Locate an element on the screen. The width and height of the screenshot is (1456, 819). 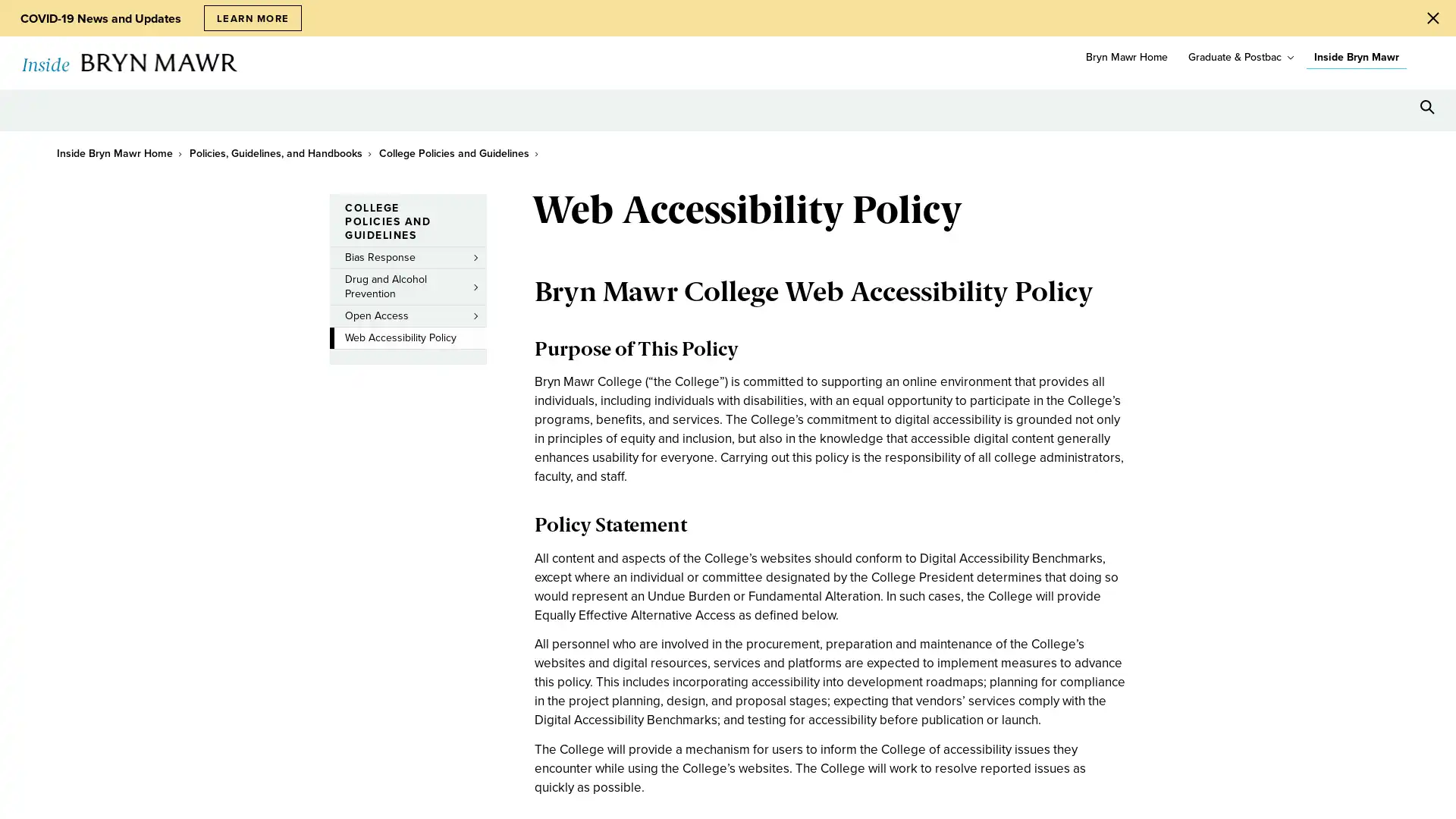
Search is located at coordinates (1426, 106).